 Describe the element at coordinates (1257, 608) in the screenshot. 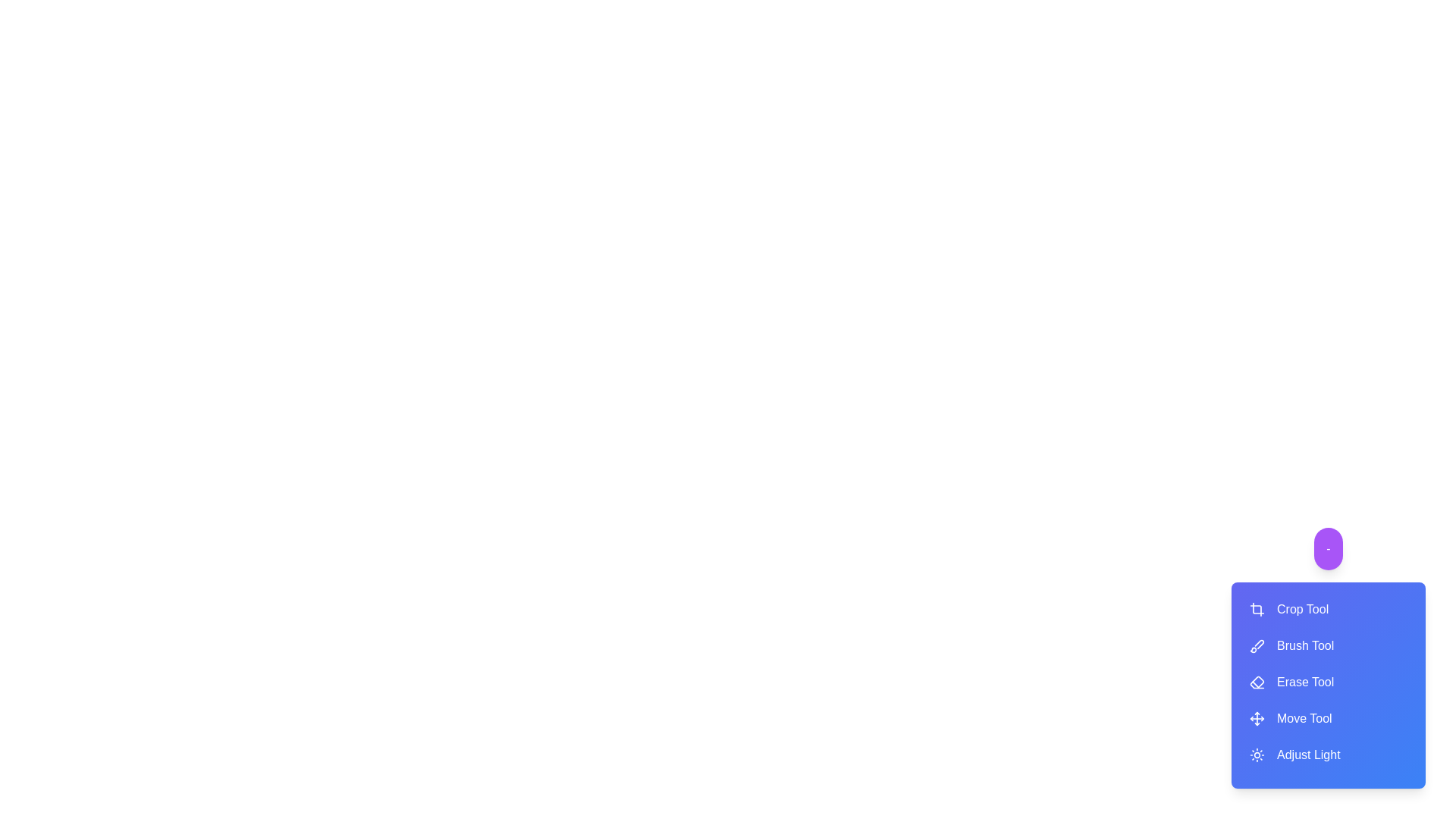

I see `the 'Crop Tool' icon, which is a small 20x20 pixel square featuring a cropping tool design with intersecting lines, located` at that location.